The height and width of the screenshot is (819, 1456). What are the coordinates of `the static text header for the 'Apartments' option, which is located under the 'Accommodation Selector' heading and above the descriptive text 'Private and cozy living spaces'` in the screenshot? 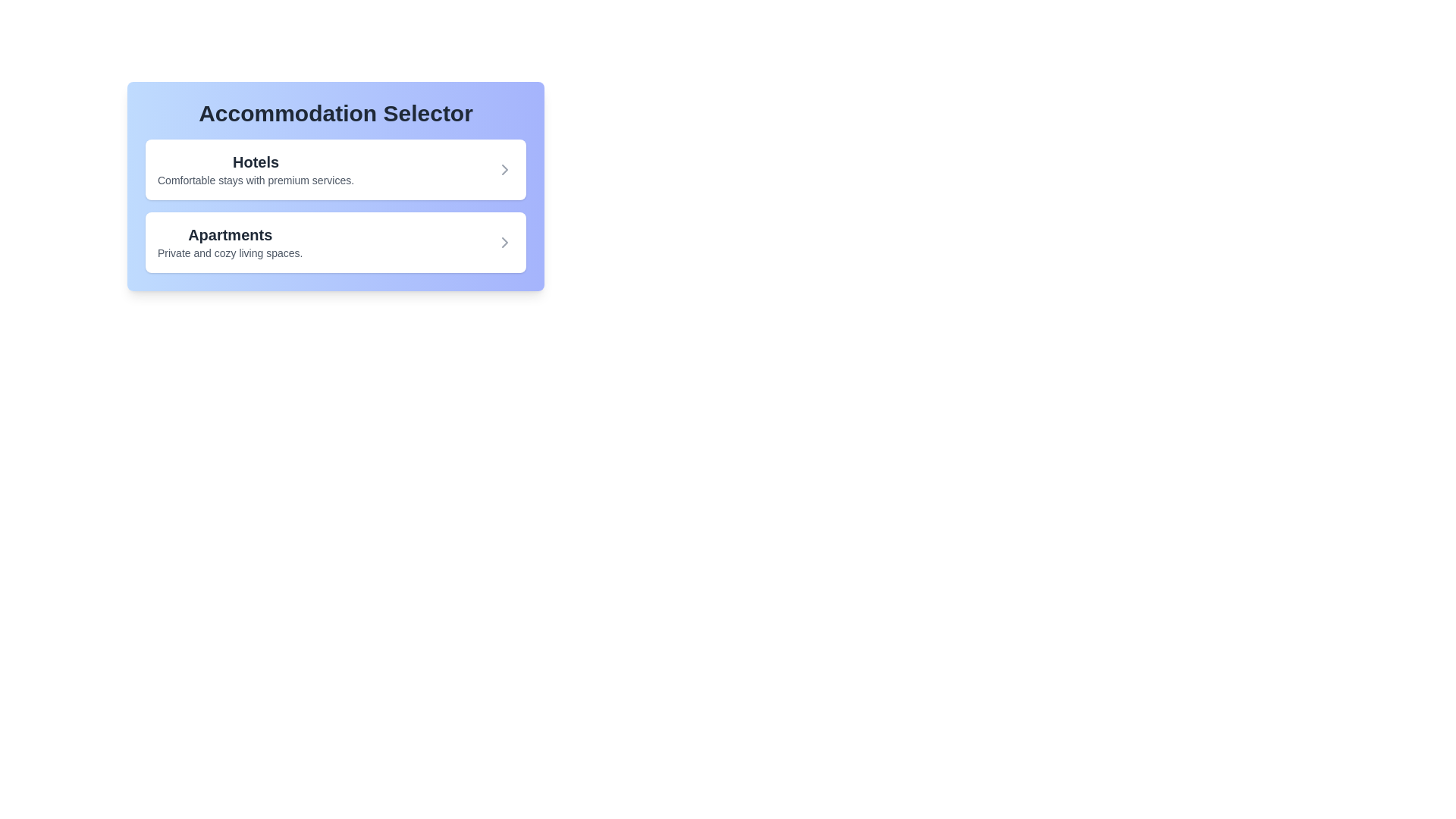 It's located at (229, 234).